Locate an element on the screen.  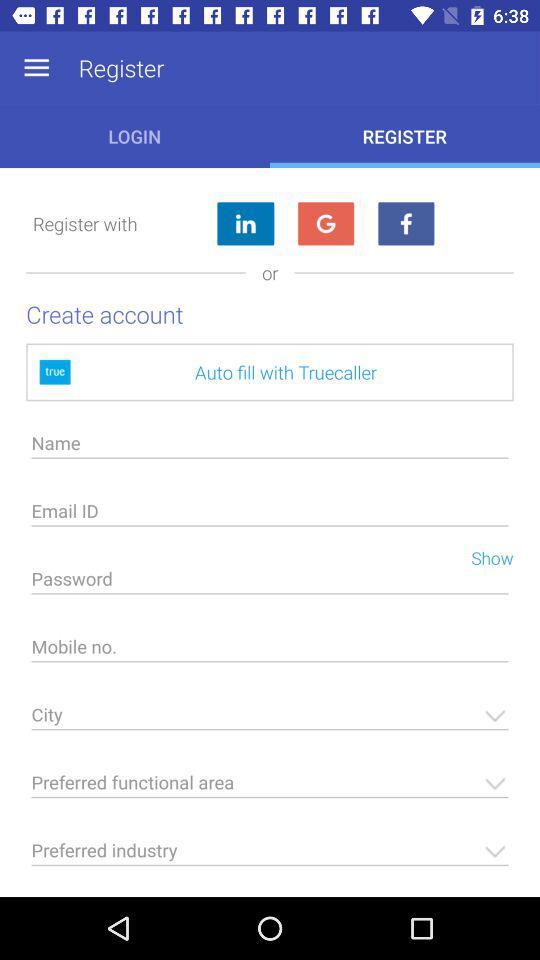
the icon above the register with icon is located at coordinates (36, 68).